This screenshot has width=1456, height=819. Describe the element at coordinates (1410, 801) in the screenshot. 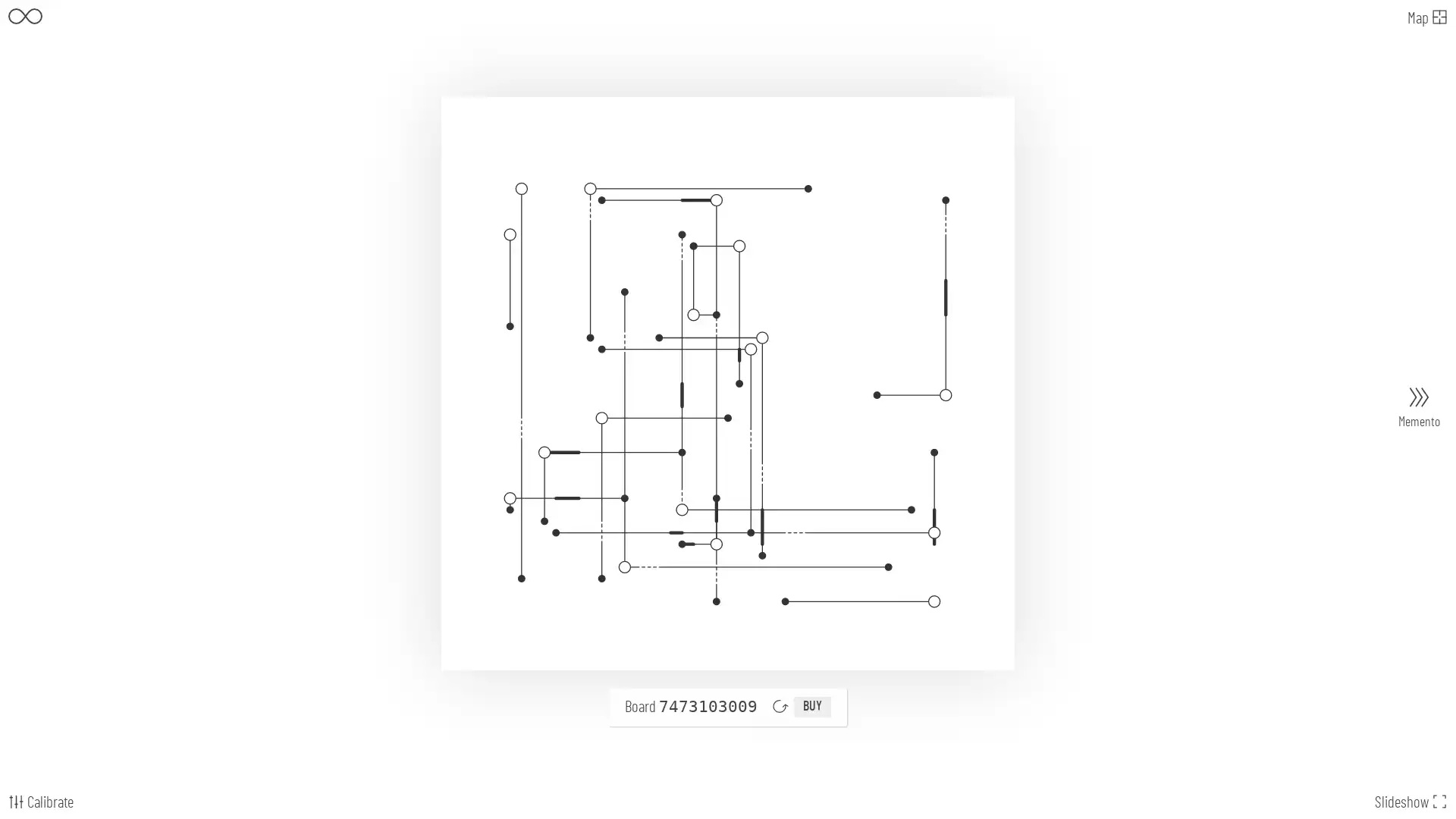

I see `Slideshow` at that location.